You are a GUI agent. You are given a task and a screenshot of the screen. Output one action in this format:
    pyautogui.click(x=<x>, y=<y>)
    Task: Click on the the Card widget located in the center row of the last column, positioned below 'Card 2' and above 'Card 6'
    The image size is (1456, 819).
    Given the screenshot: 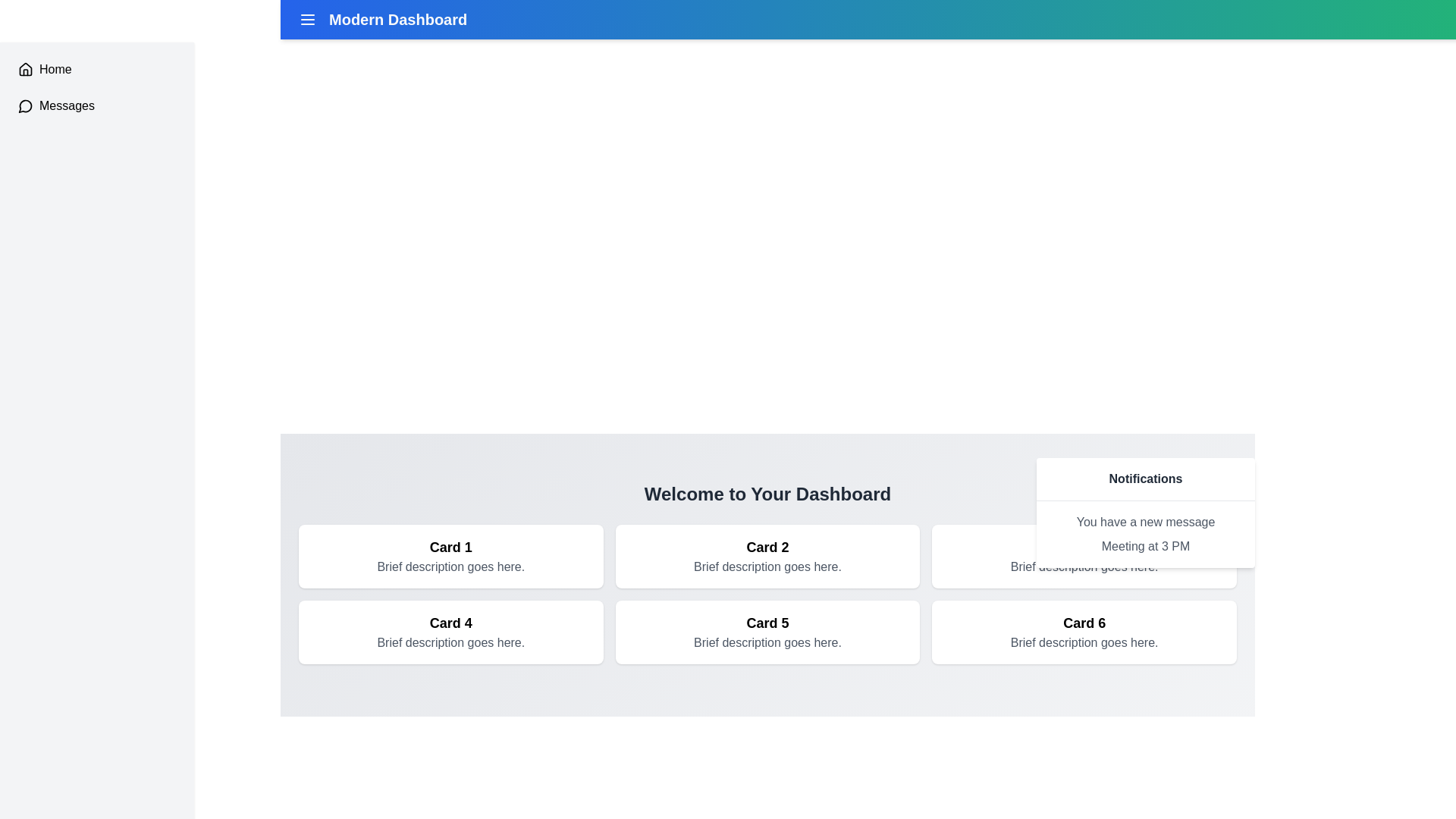 What is the action you would take?
    pyautogui.click(x=767, y=632)
    